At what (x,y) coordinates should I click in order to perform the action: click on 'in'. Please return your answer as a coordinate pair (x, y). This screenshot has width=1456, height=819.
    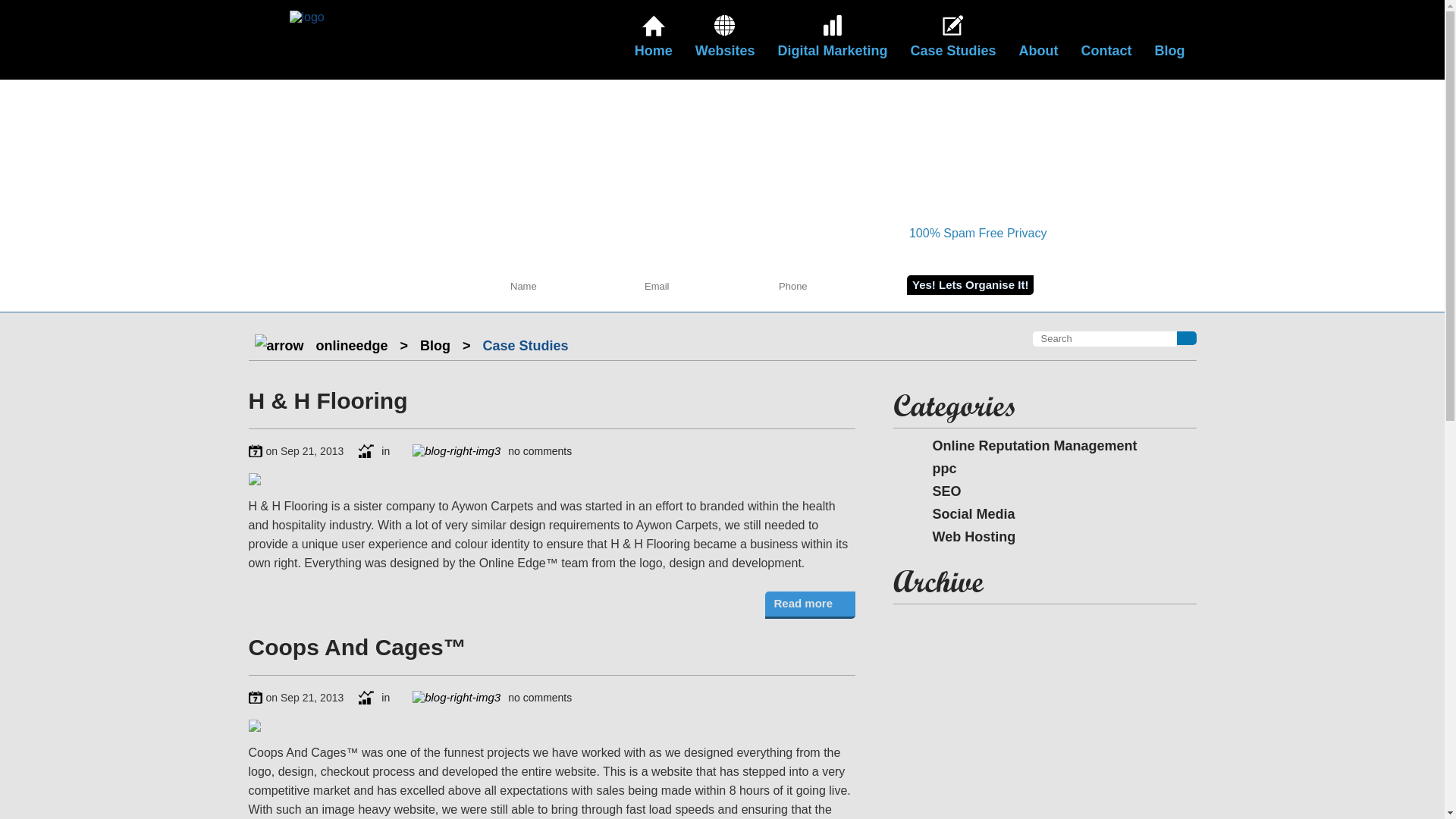
    Looking at the image, I should click on (374, 450).